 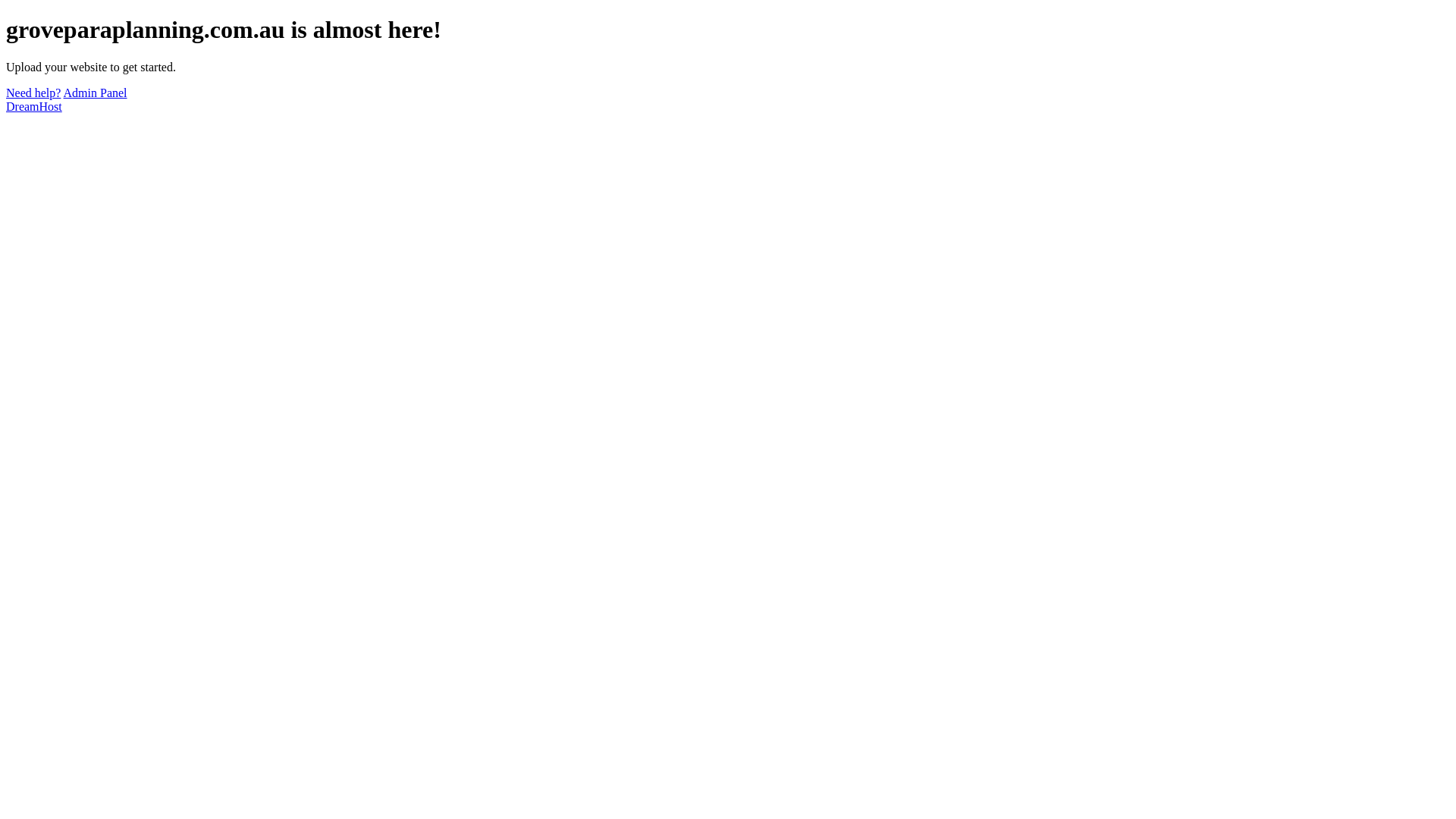 What do you see at coordinates (33, 93) in the screenshot?
I see `'Need help?'` at bounding box center [33, 93].